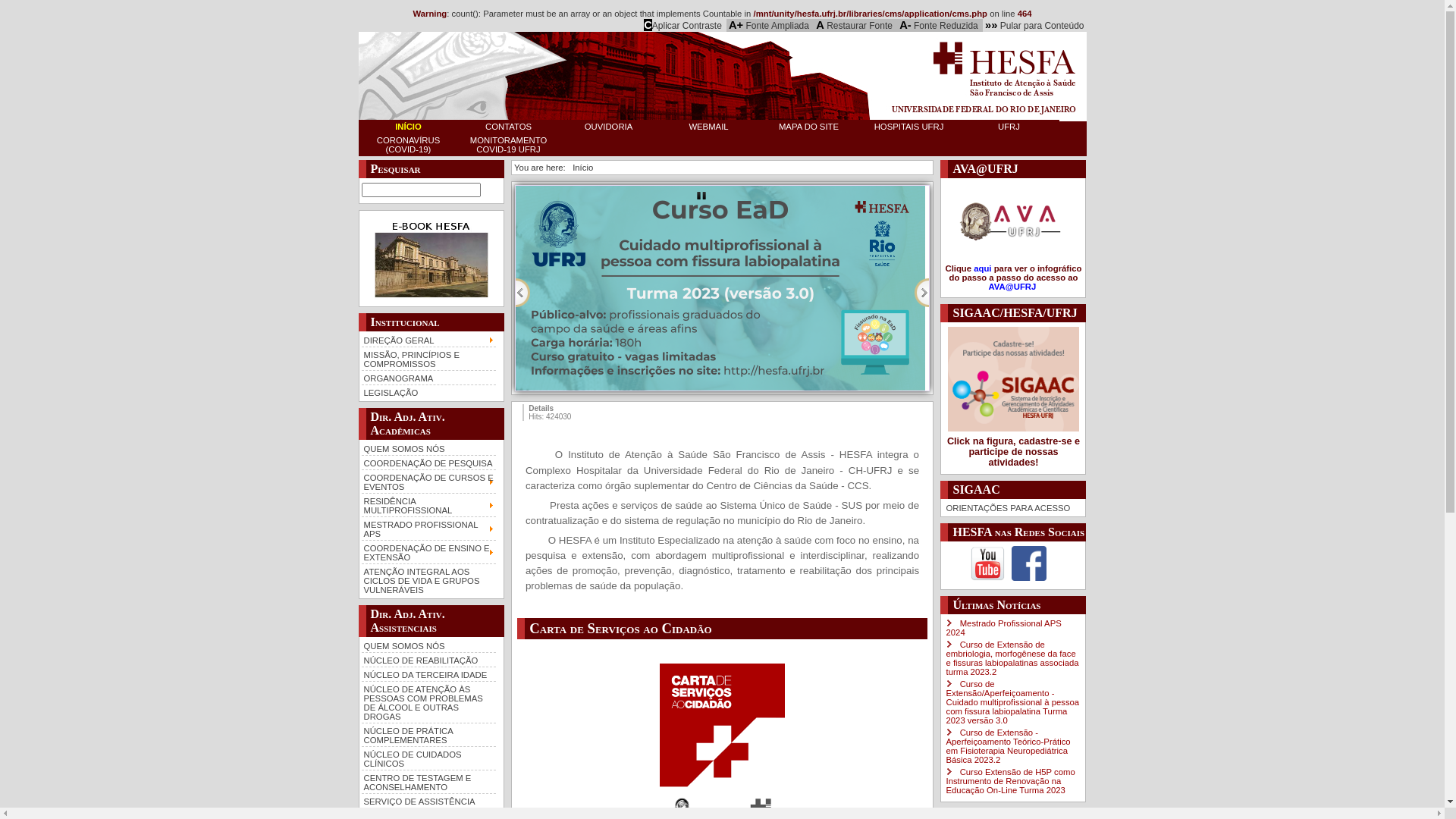  I want to click on 'Next', so click(913, 292).